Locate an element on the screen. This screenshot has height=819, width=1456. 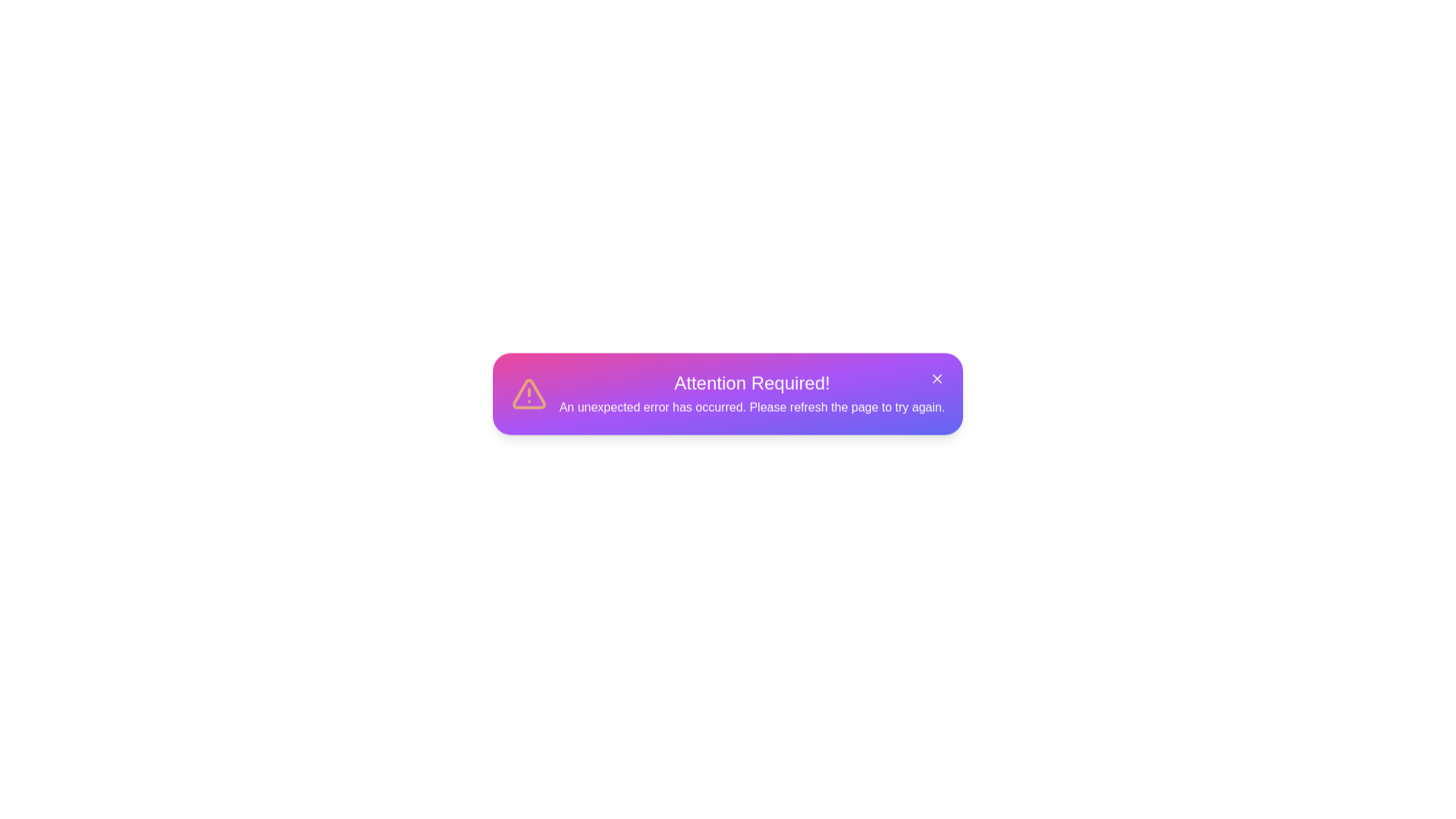
the attention icon is located at coordinates (529, 400).